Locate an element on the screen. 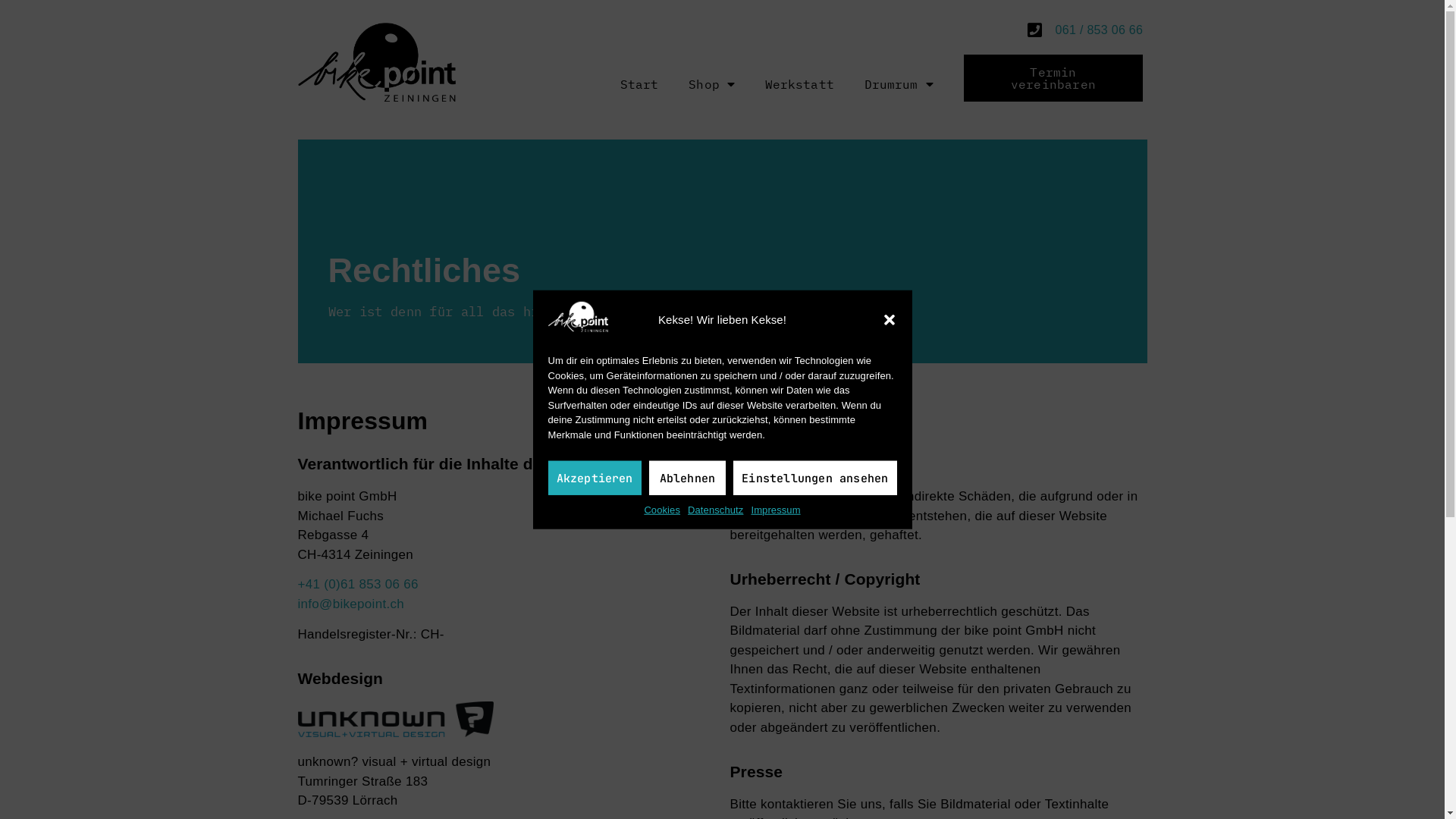 The height and width of the screenshot is (819, 1456). 'info@bikepoint.ch' is located at coordinates (350, 603).